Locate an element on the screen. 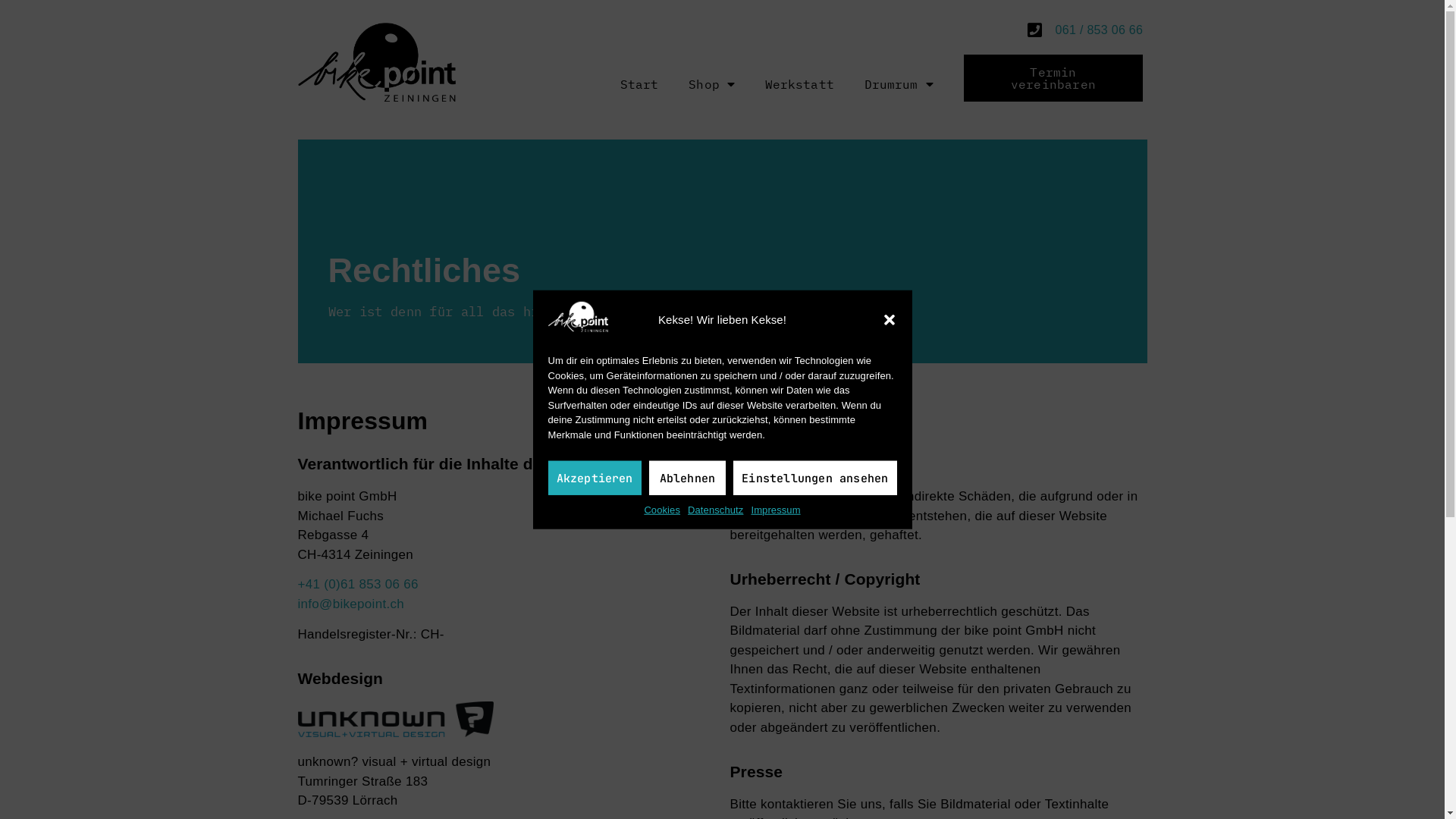 The height and width of the screenshot is (819, 1456). 'info@bikepoint.ch' is located at coordinates (350, 603).